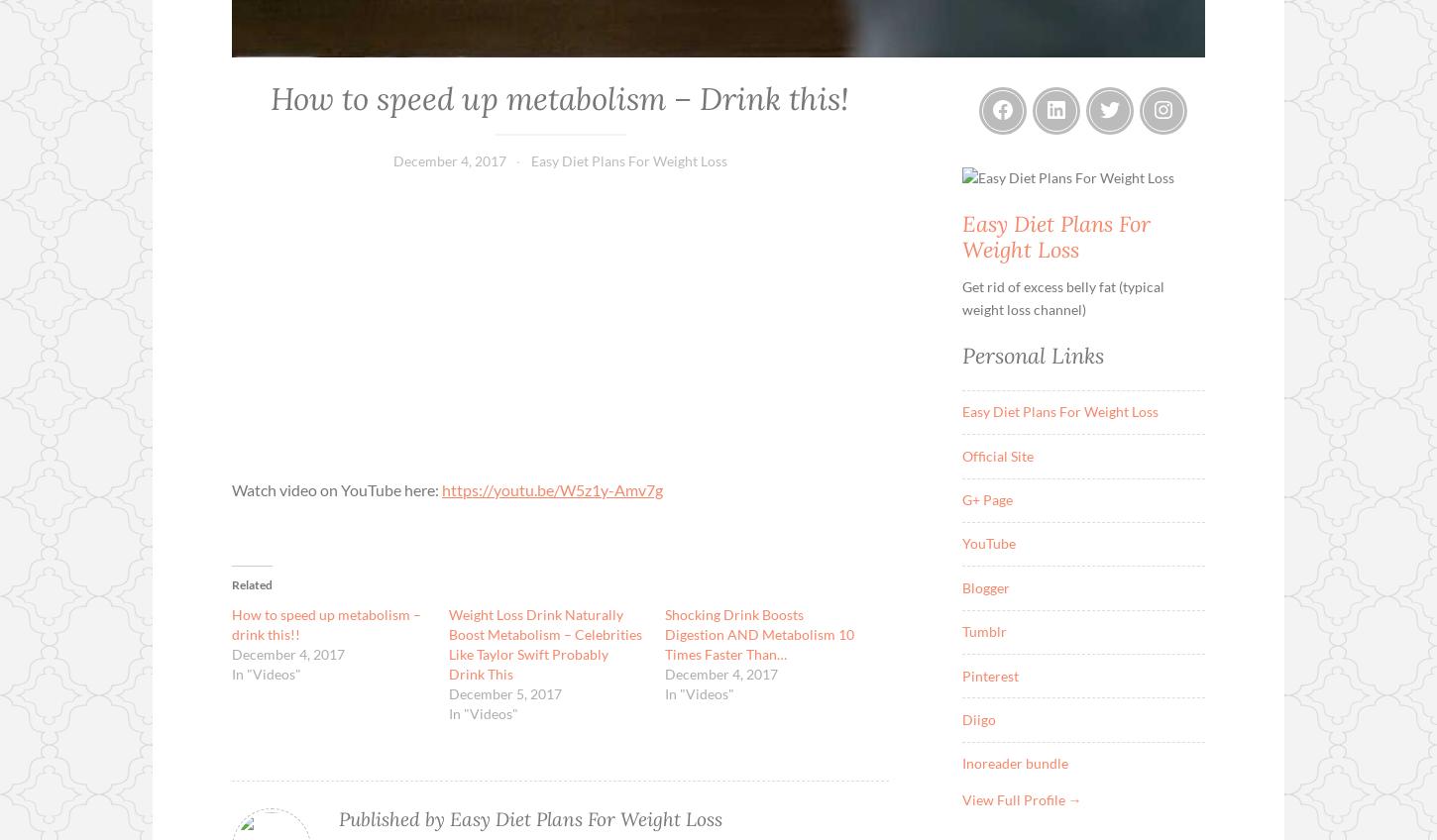  What do you see at coordinates (997, 454) in the screenshot?
I see `'Official Site'` at bounding box center [997, 454].